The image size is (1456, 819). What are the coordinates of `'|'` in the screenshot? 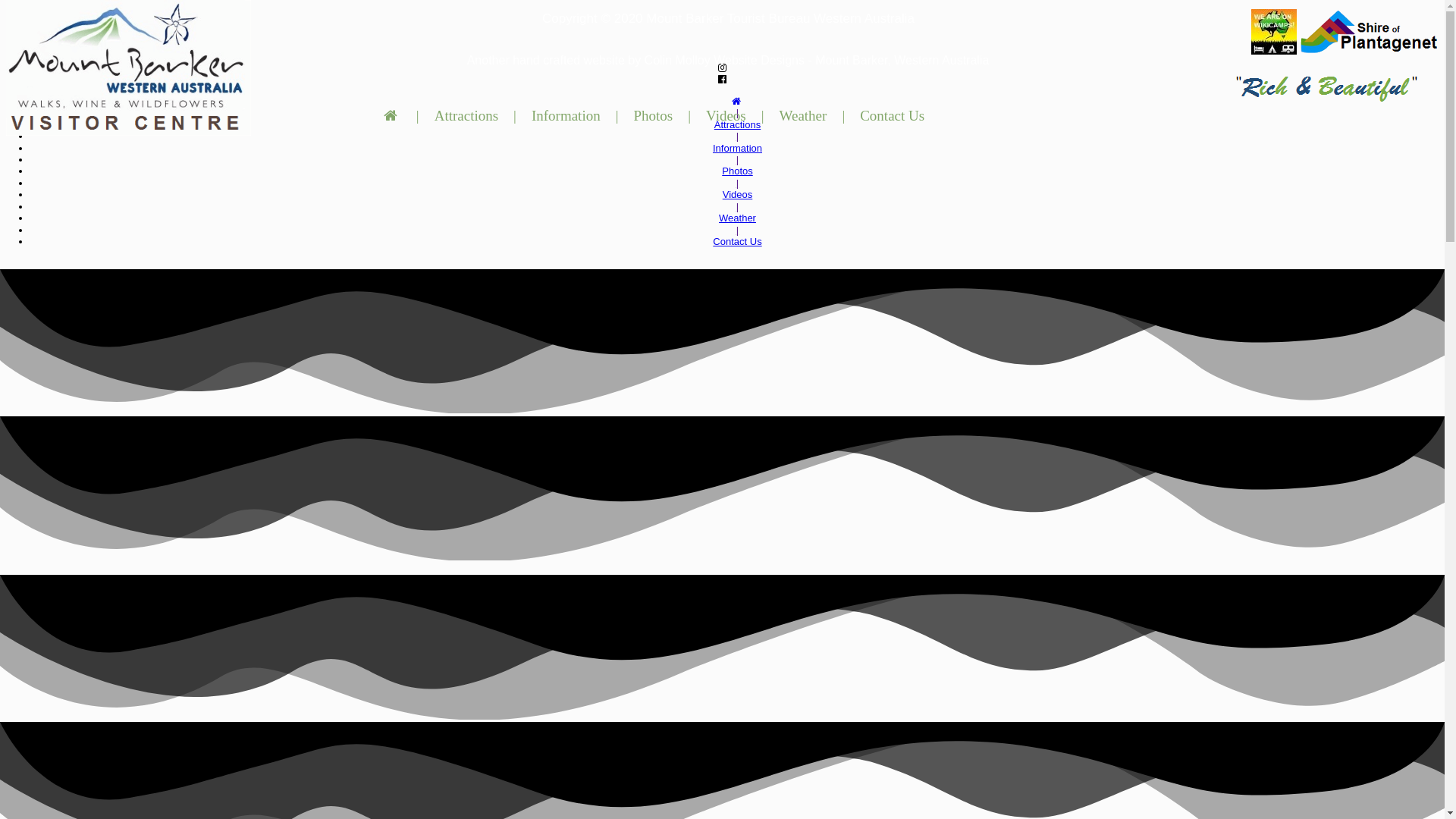 It's located at (737, 206).